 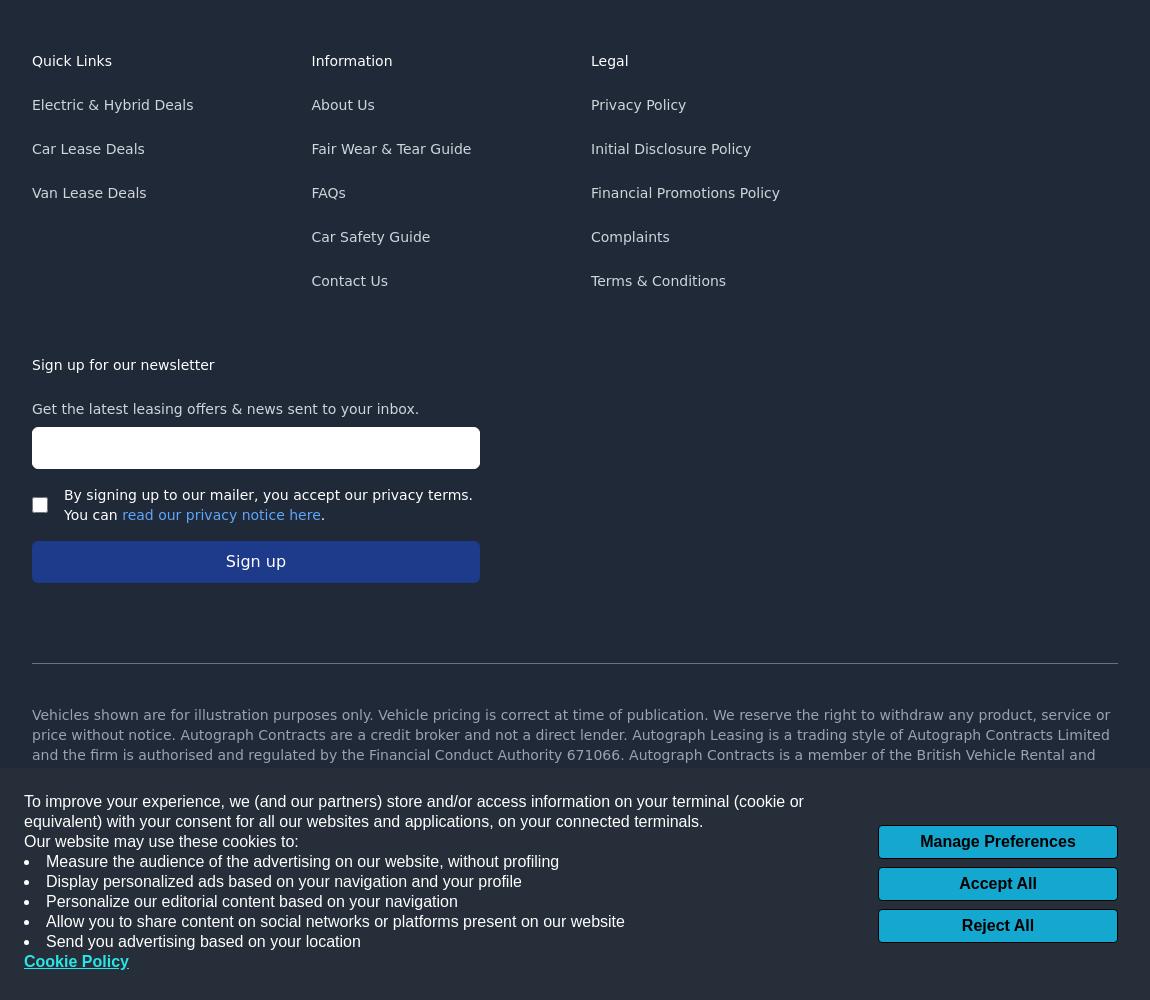 What do you see at coordinates (628, 236) in the screenshot?
I see `'Complaints'` at bounding box center [628, 236].